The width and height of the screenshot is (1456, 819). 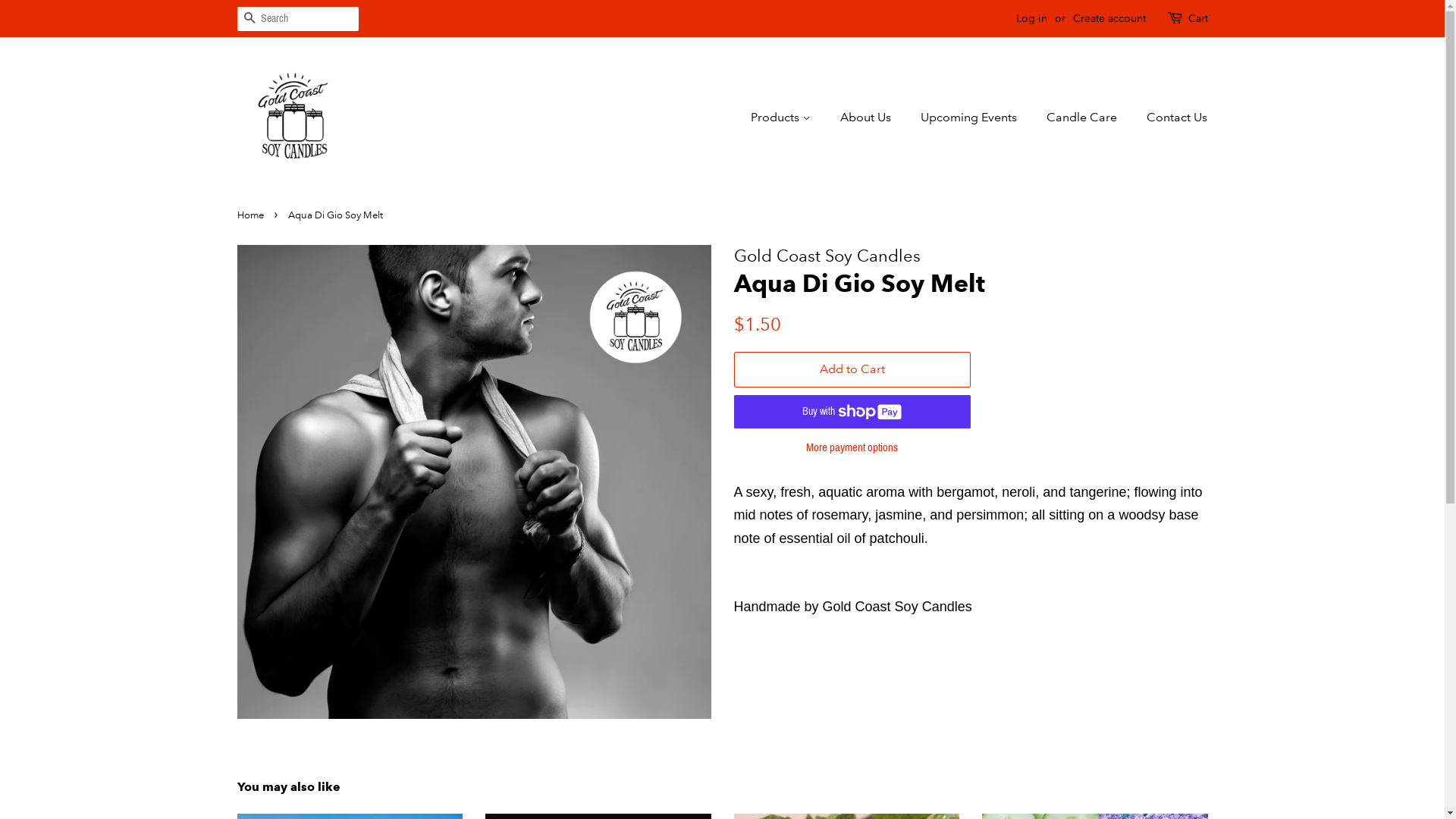 What do you see at coordinates (1109, 17) in the screenshot?
I see `'Create account'` at bounding box center [1109, 17].